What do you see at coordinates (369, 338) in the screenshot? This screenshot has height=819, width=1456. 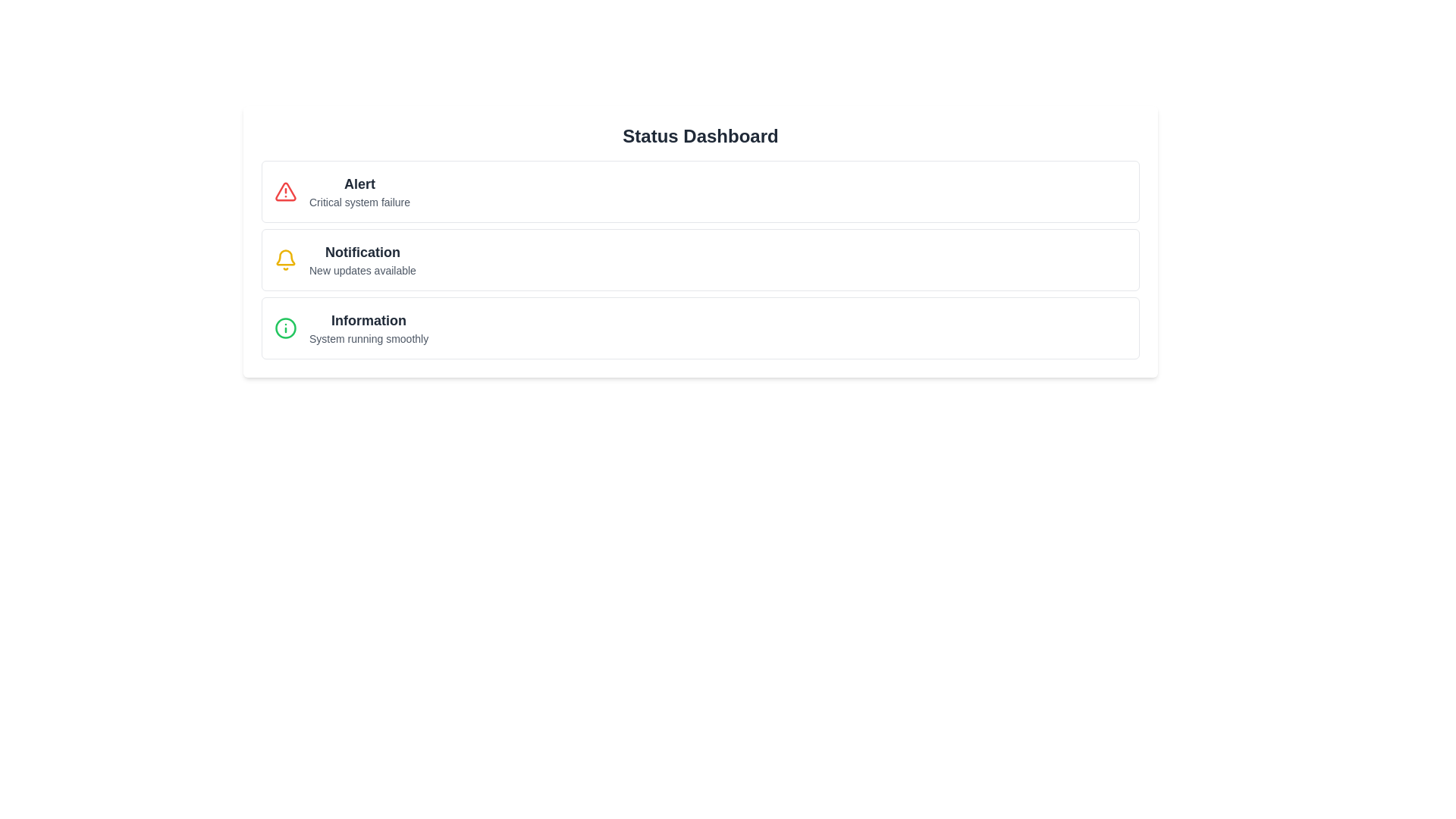 I see `the text label displaying 'System running smoothly', which is styled in gray and positioned below the 'Information' heading` at bounding box center [369, 338].